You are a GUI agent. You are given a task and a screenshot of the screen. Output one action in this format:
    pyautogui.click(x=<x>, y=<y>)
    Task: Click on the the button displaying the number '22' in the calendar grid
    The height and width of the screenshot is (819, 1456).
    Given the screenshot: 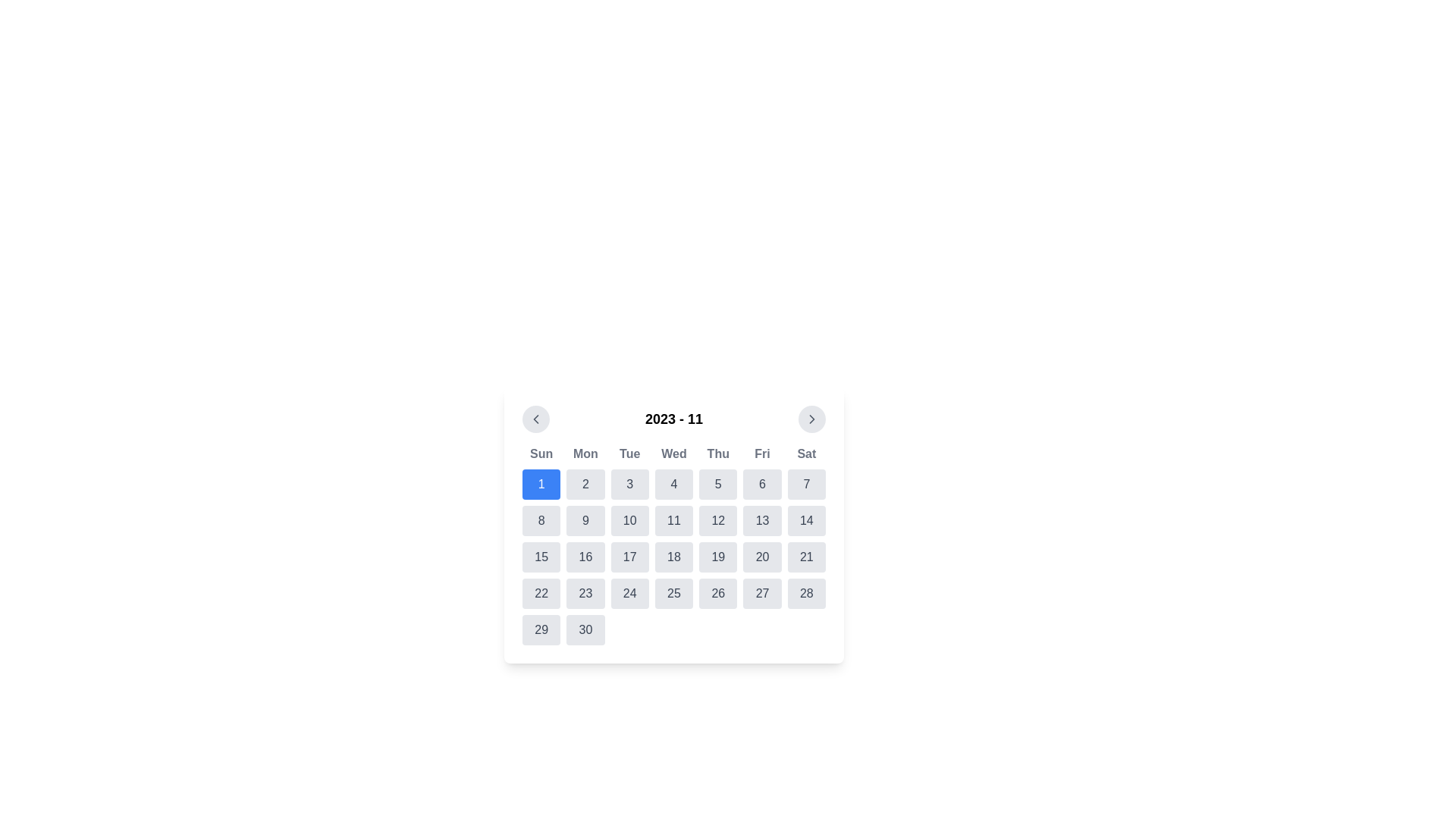 What is the action you would take?
    pyautogui.click(x=541, y=593)
    